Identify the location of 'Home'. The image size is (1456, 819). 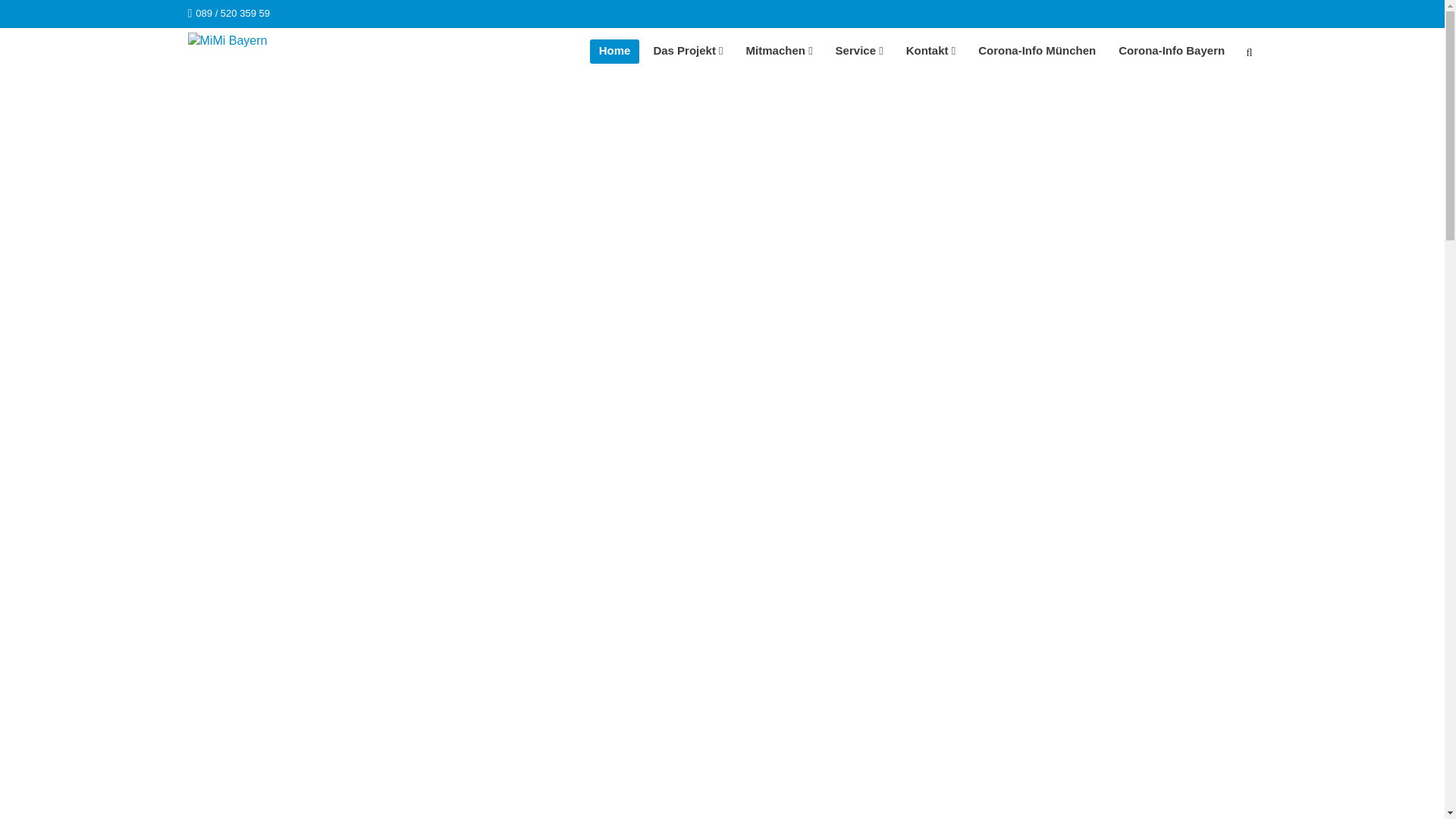
(615, 51).